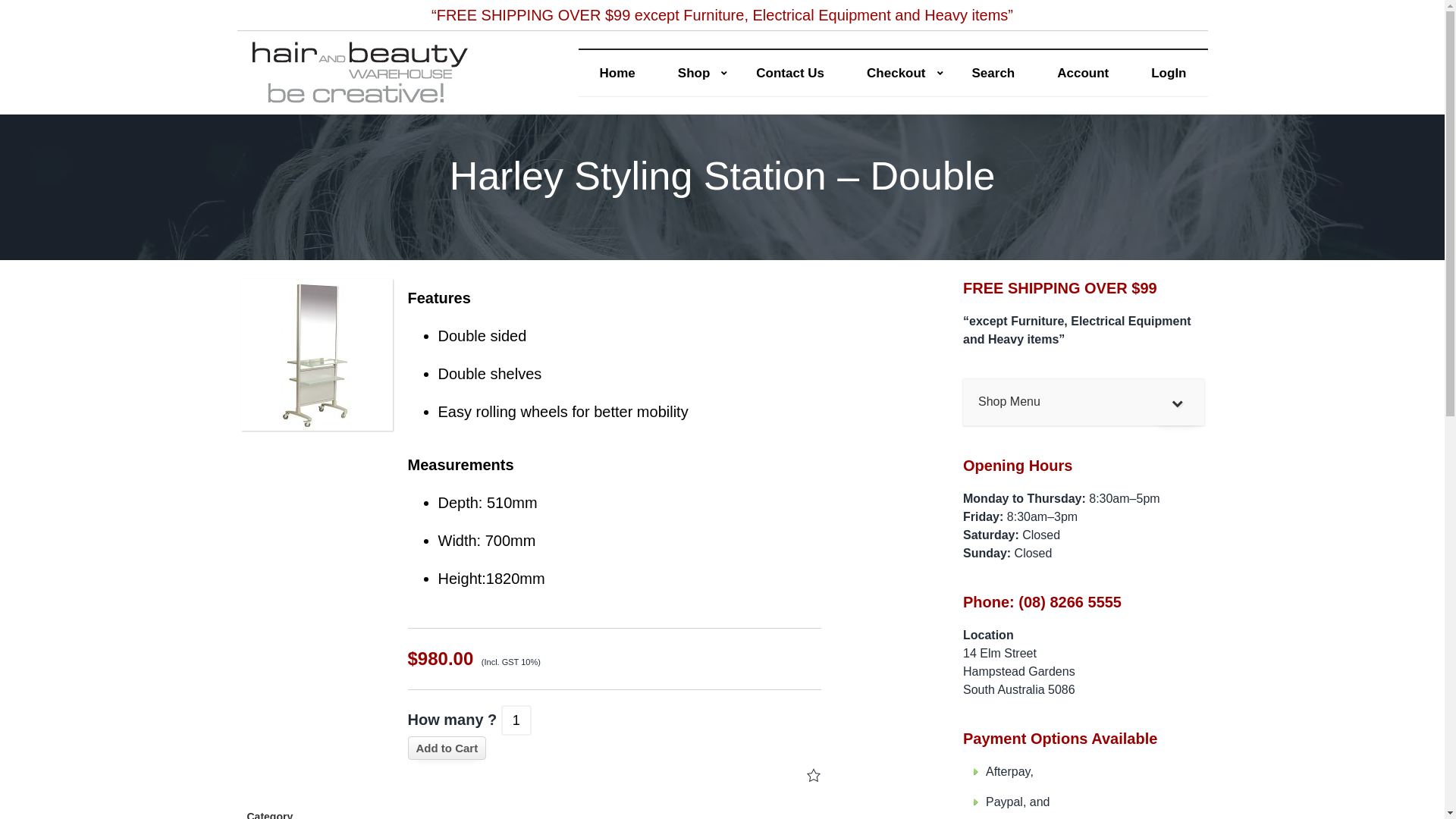  What do you see at coordinates (993, 73) in the screenshot?
I see `'Search'` at bounding box center [993, 73].